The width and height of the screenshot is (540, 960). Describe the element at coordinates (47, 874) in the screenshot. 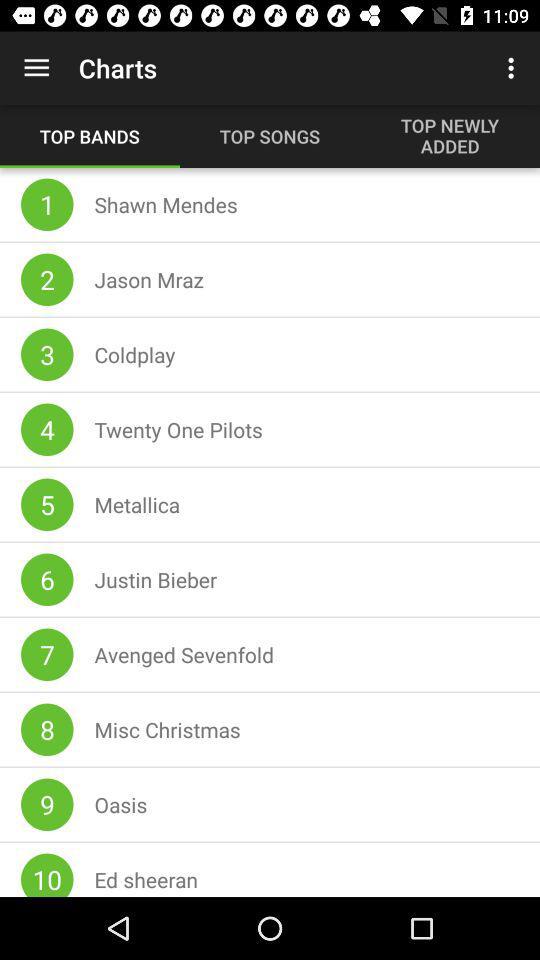

I see `icon to the left of the ed sheeran item` at that location.